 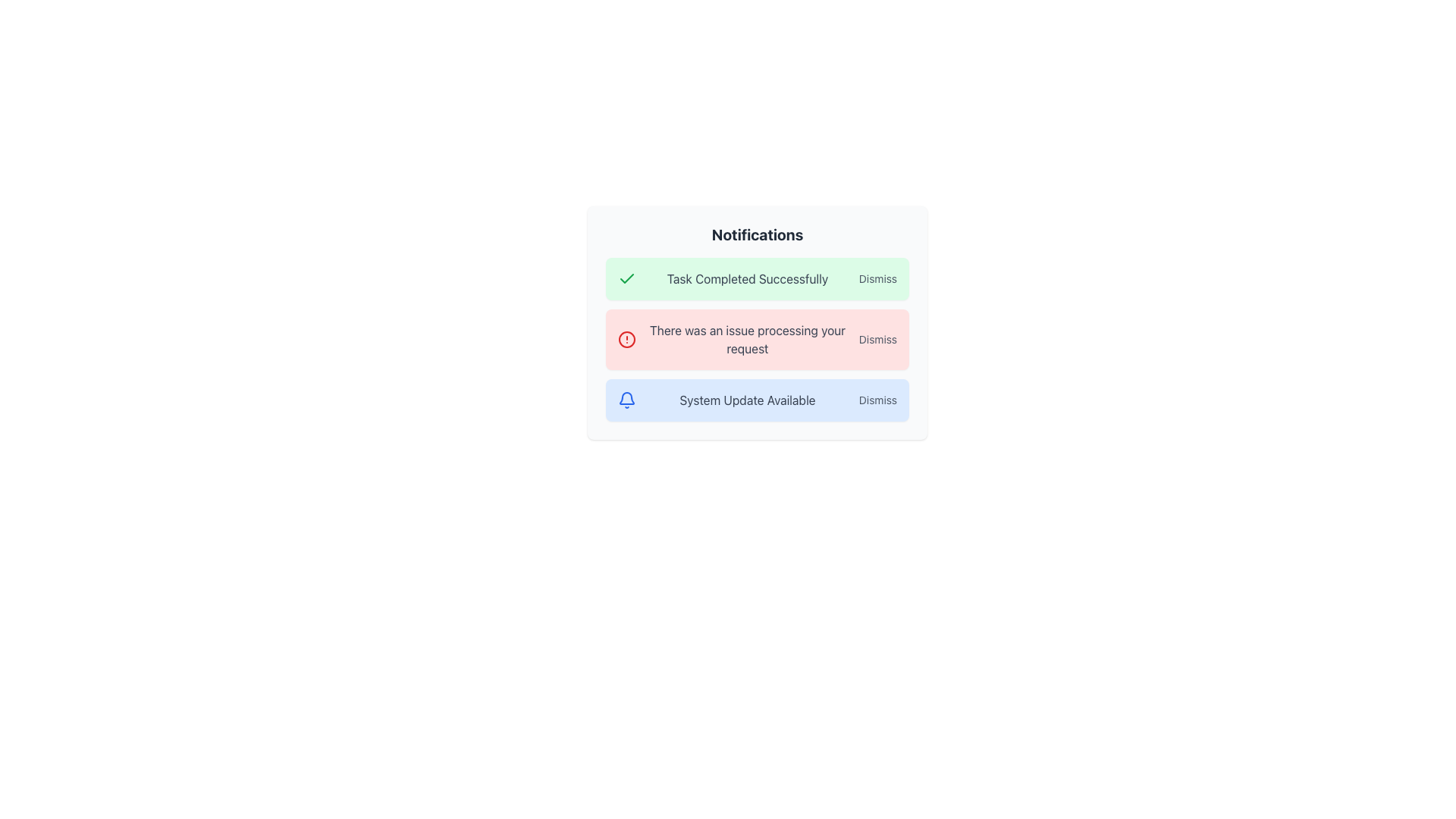 What do you see at coordinates (626, 338) in the screenshot?
I see `the red circular alert icon located to the left of the notification text 'There was an issue processing your request' in the notifications panel` at bounding box center [626, 338].